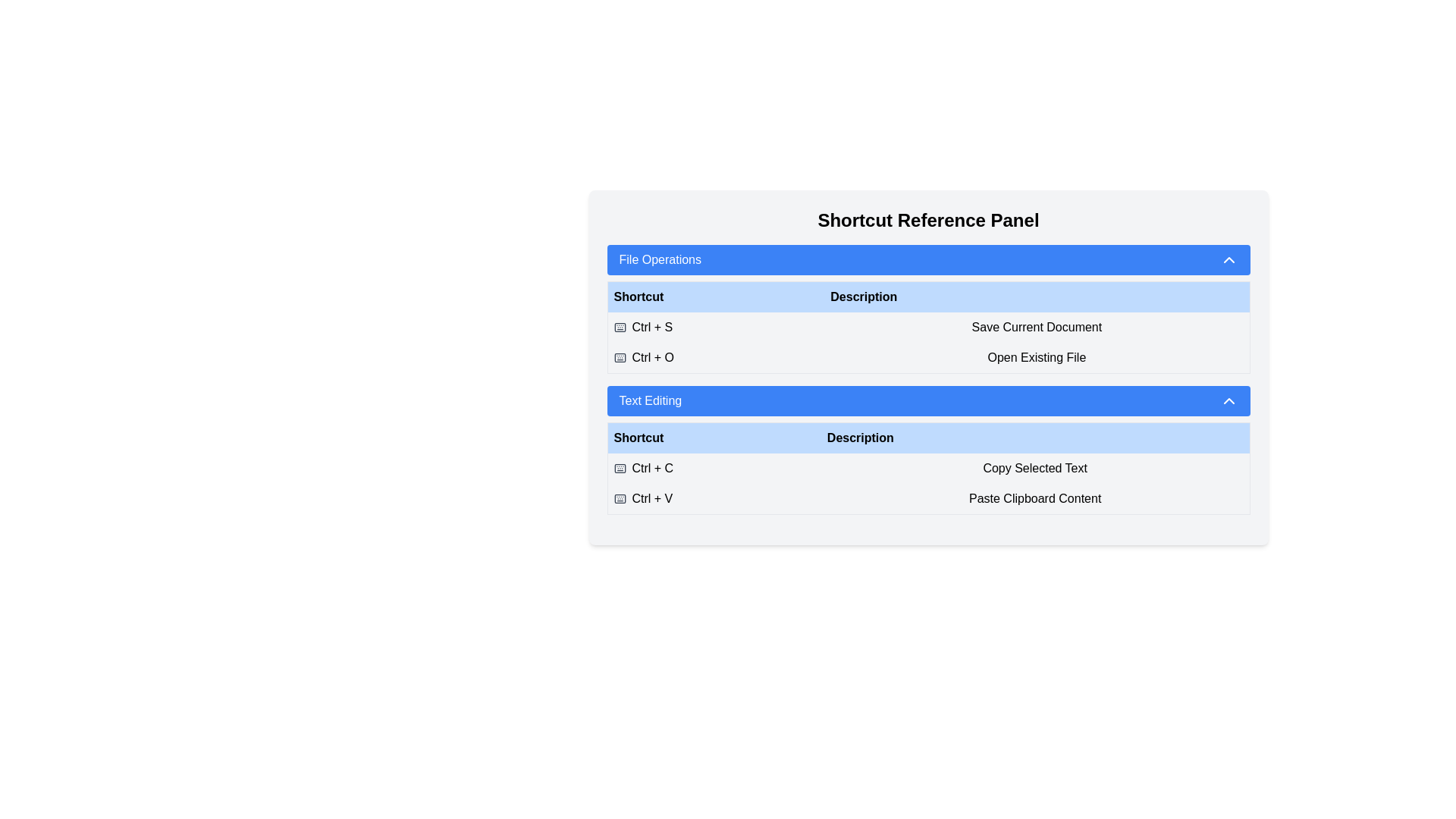 The height and width of the screenshot is (819, 1456). I want to click on the text label displaying 'Open Existing File' located in the second row of the 'File Operations' section under the 'Description' column, so click(1036, 358).